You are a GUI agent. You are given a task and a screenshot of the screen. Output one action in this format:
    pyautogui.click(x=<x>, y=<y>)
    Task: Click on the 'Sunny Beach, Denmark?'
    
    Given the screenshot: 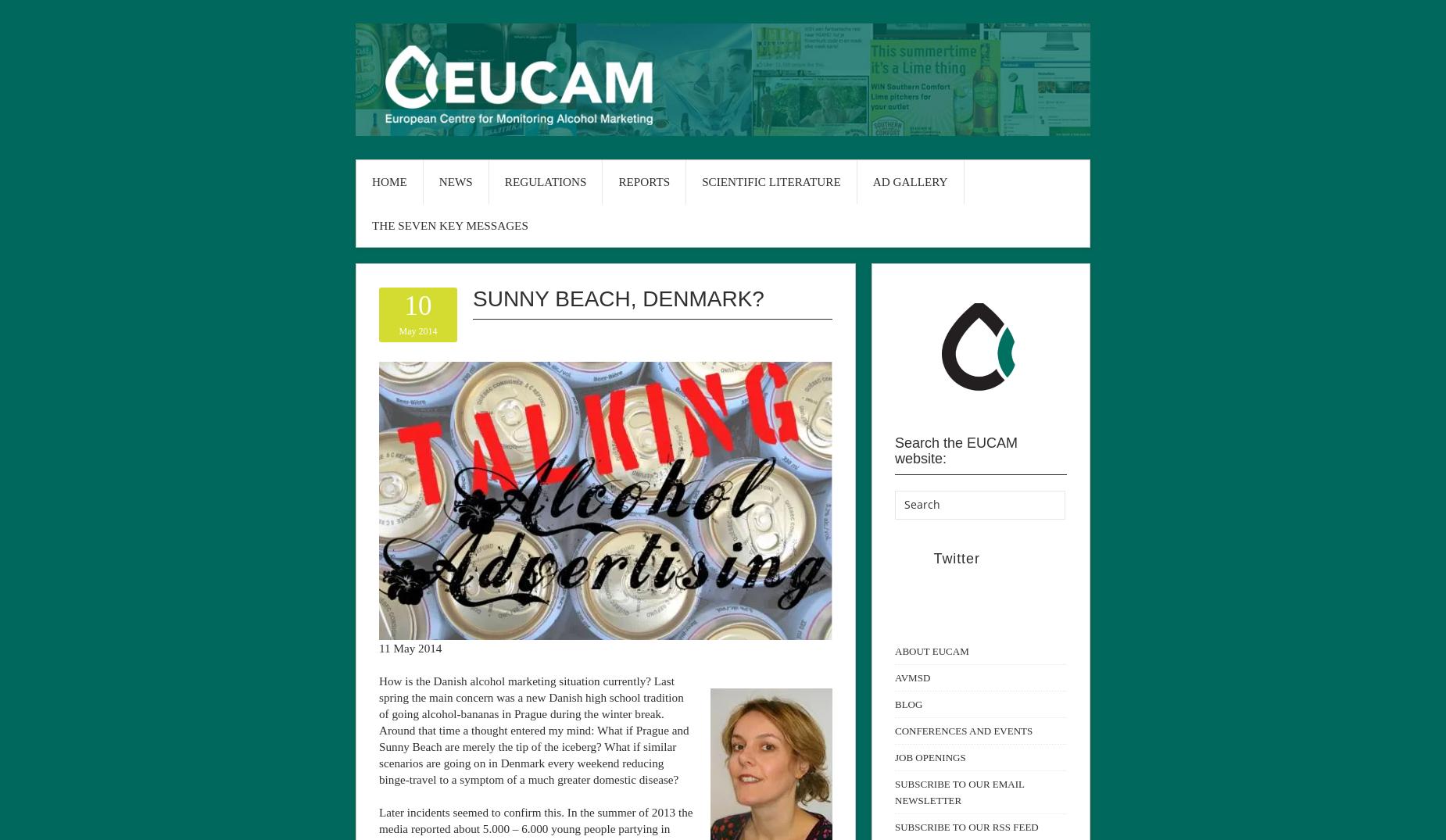 What is the action you would take?
    pyautogui.click(x=472, y=298)
    